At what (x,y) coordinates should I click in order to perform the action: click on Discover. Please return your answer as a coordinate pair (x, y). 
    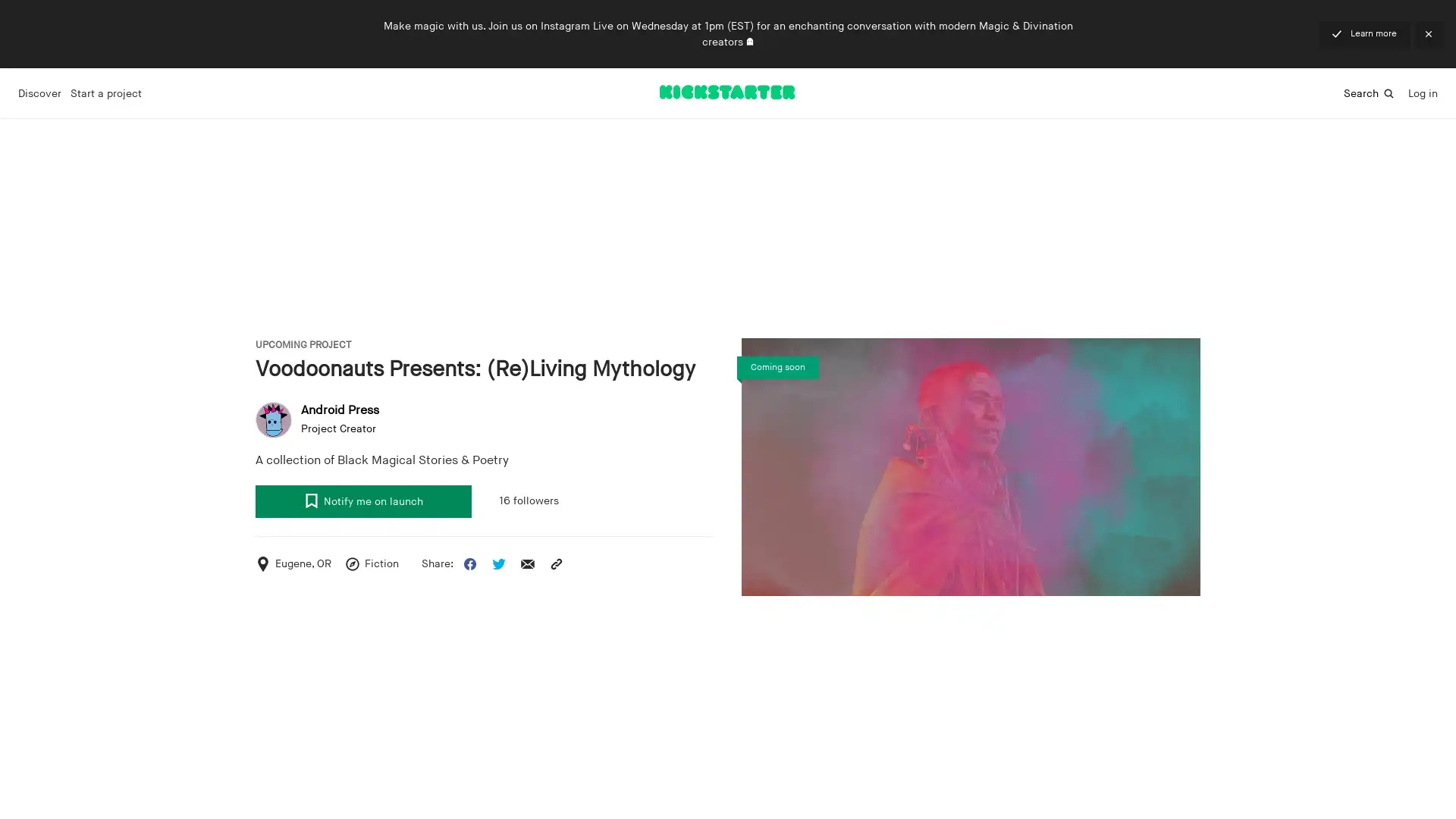
    Looking at the image, I should click on (39, 93).